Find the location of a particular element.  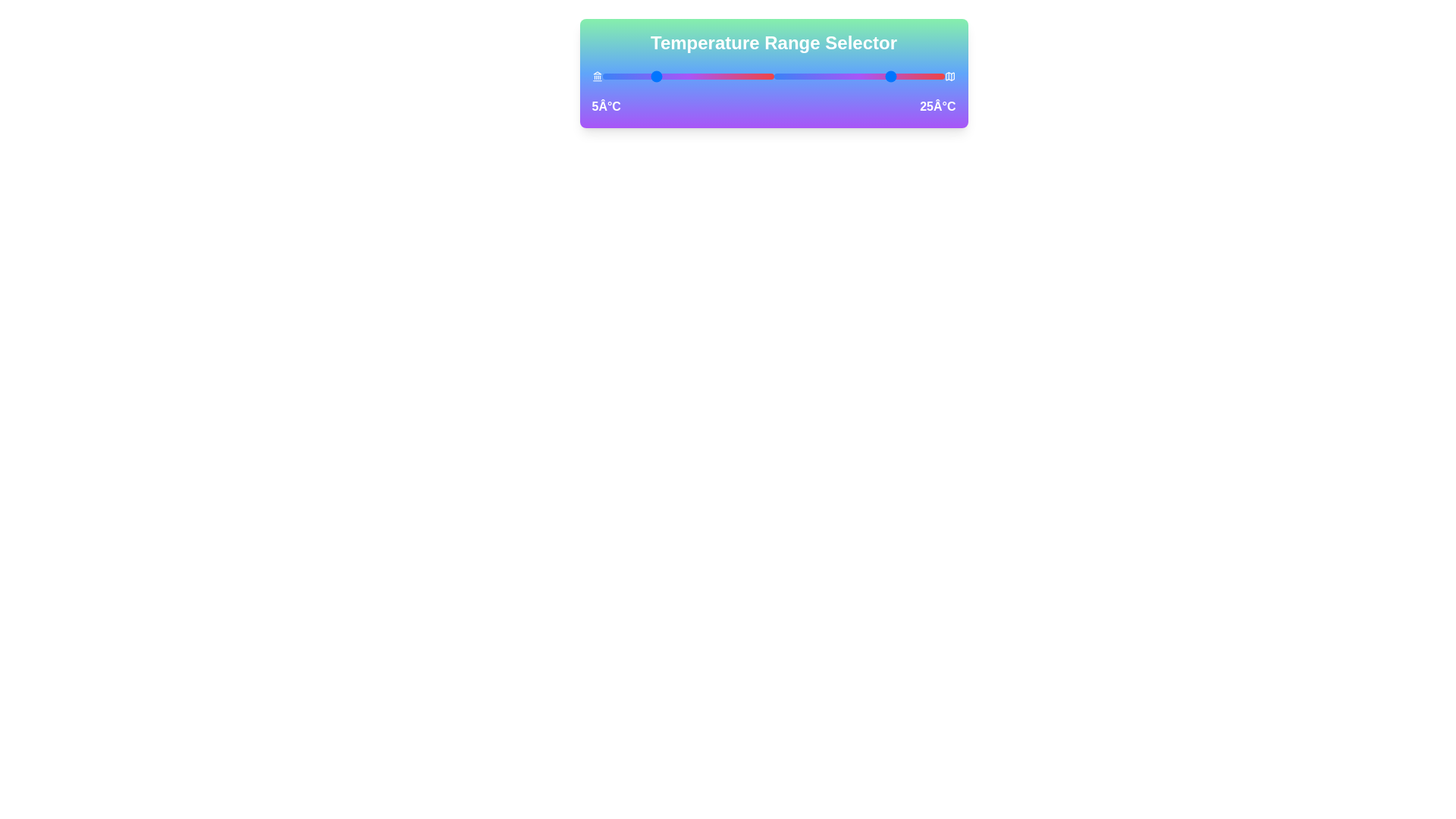

the left temperature slider to 0°C is located at coordinates (636, 76).